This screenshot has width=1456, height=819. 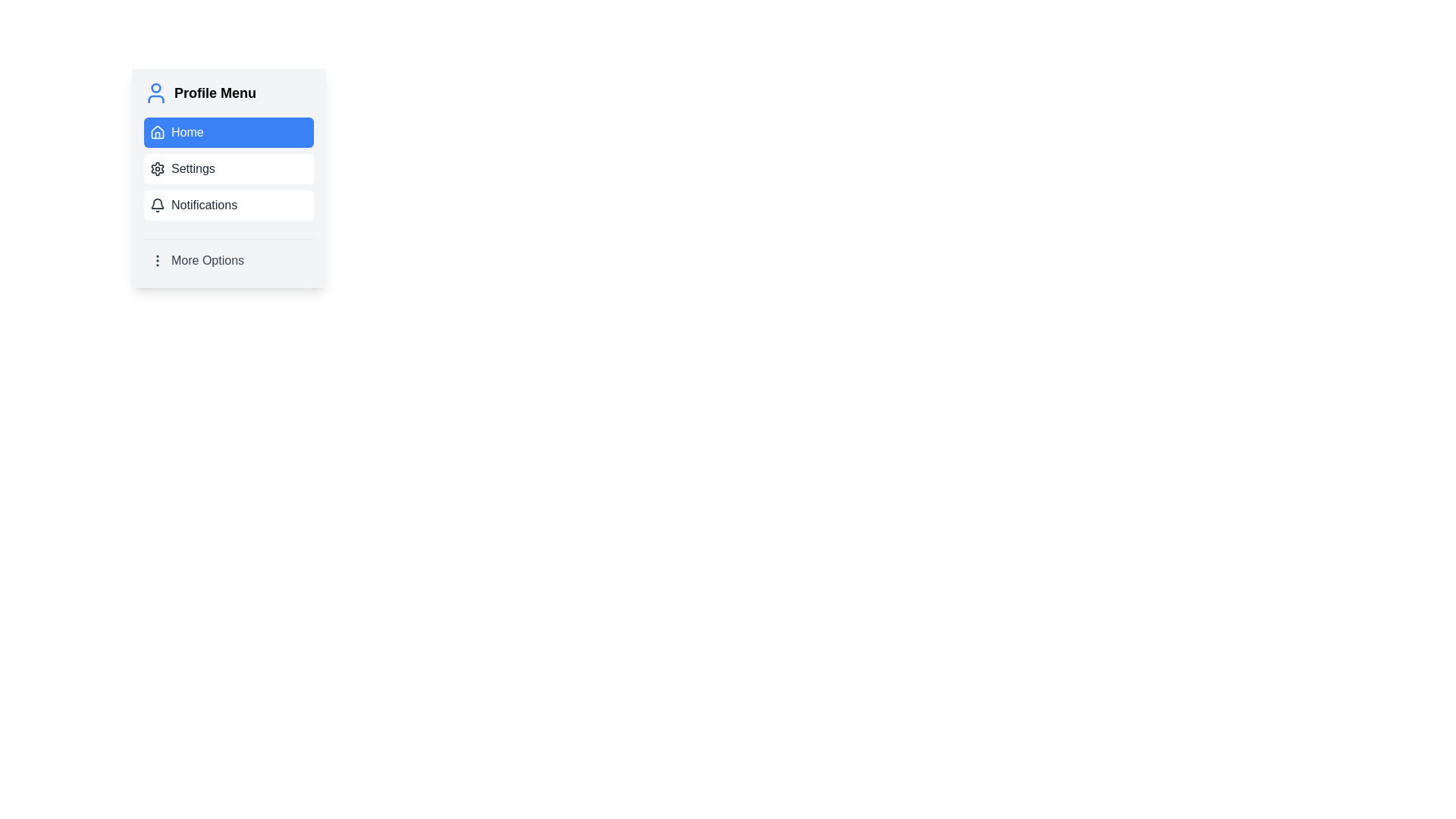 What do you see at coordinates (157, 169) in the screenshot?
I see `the gear icon representing settings, located to the left of the 'Settings' text in the Profile Menu` at bounding box center [157, 169].